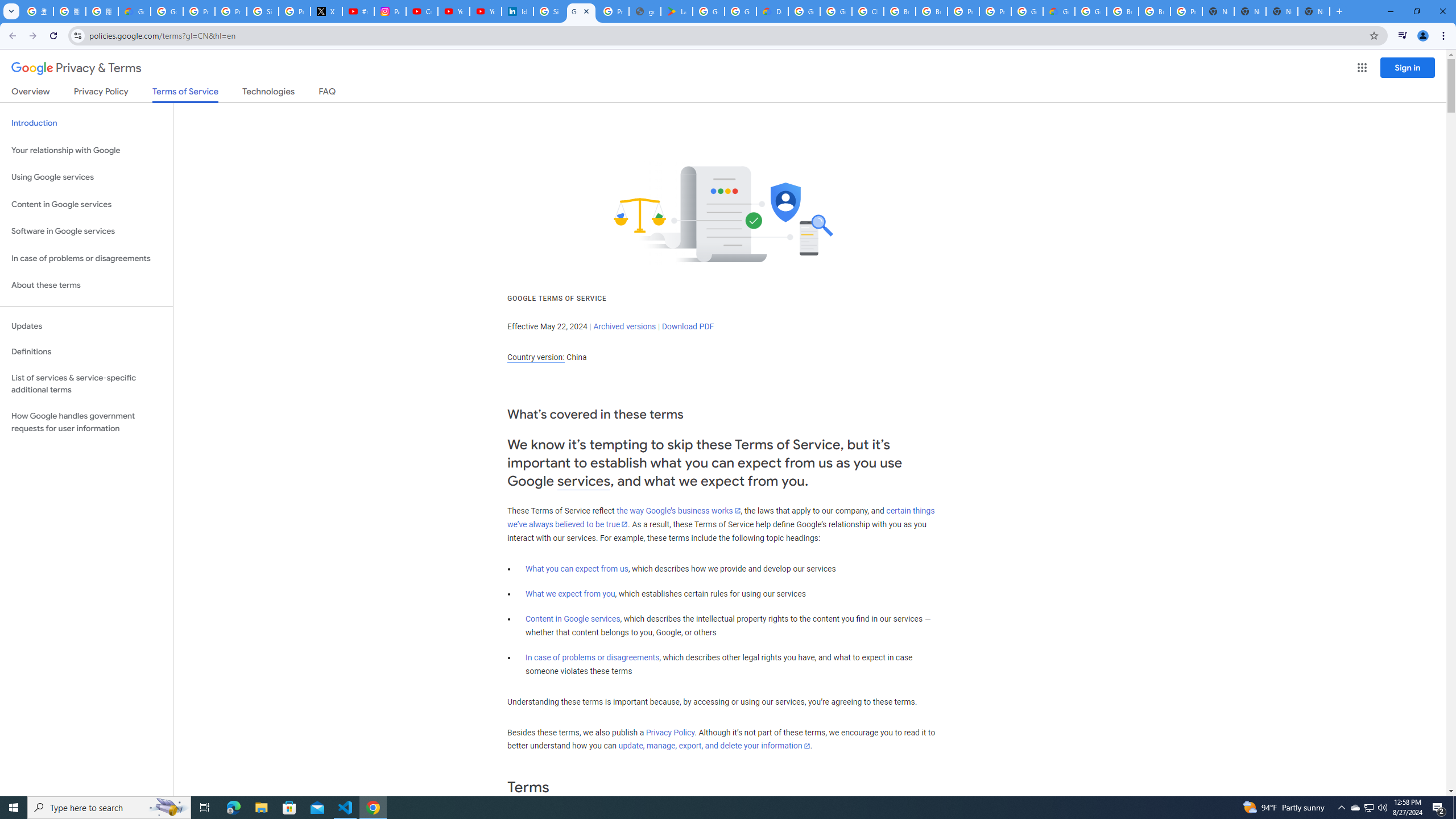 The width and height of the screenshot is (1456, 819). I want to click on 'update, manage, export, and delete your information', so click(714, 745).